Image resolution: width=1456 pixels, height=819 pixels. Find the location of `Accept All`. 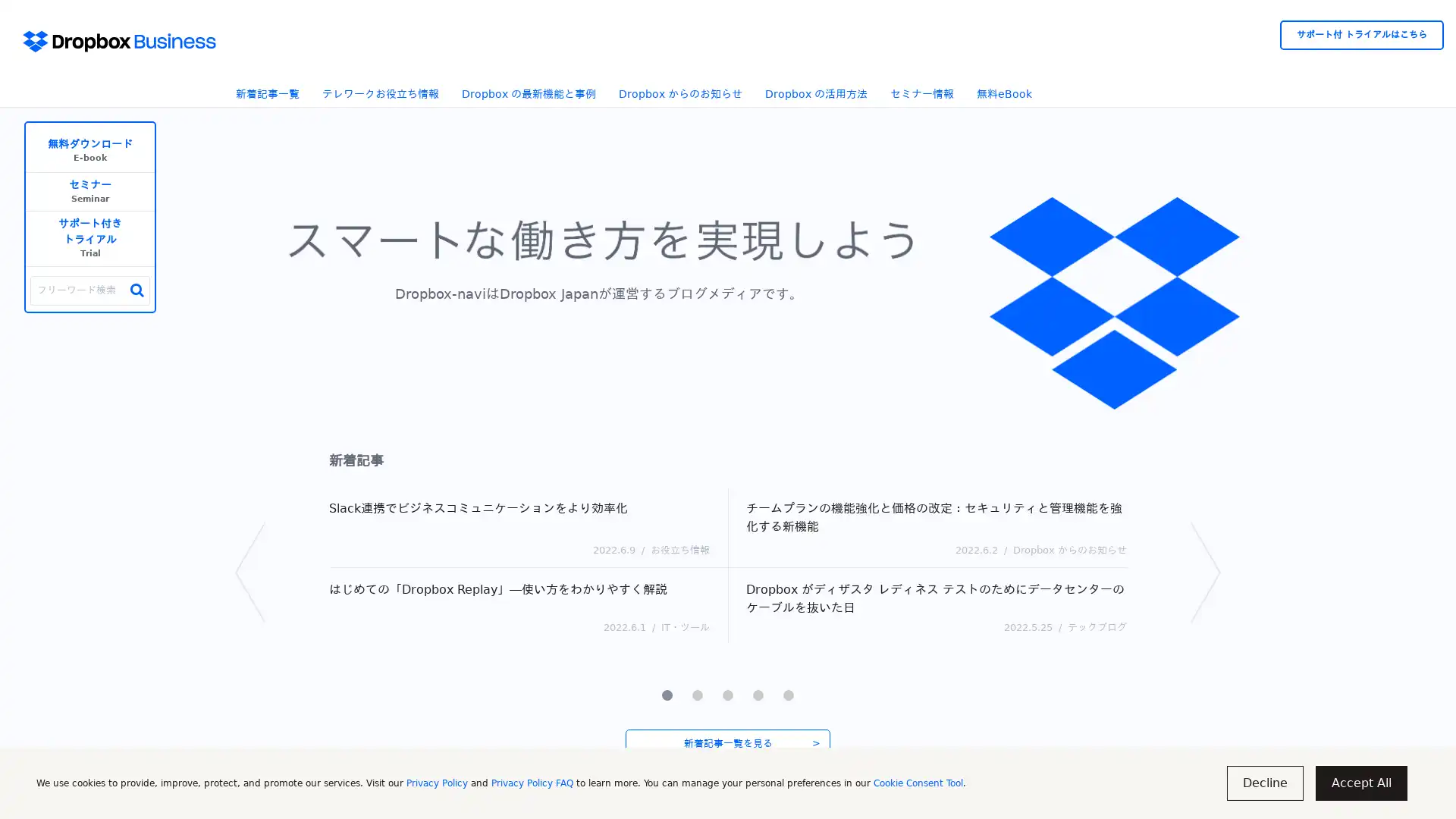

Accept All is located at coordinates (1361, 783).